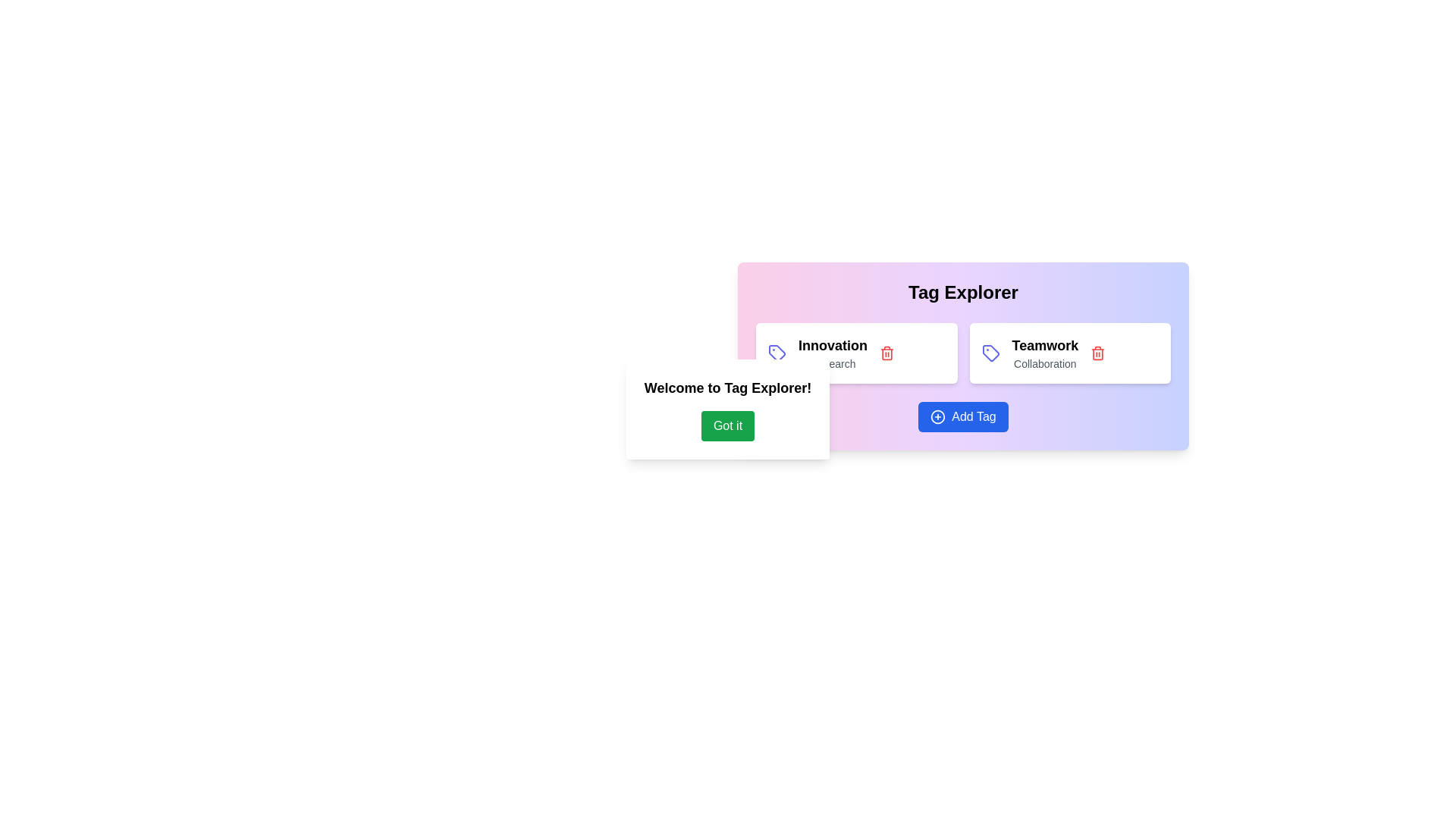 This screenshot has height=819, width=1456. Describe the element at coordinates (990, 353) in the screenshot. I see `the indigo tag-shaped icon located to the left of the text 'Collaboration' under the 'Teamwork' title` at that location.